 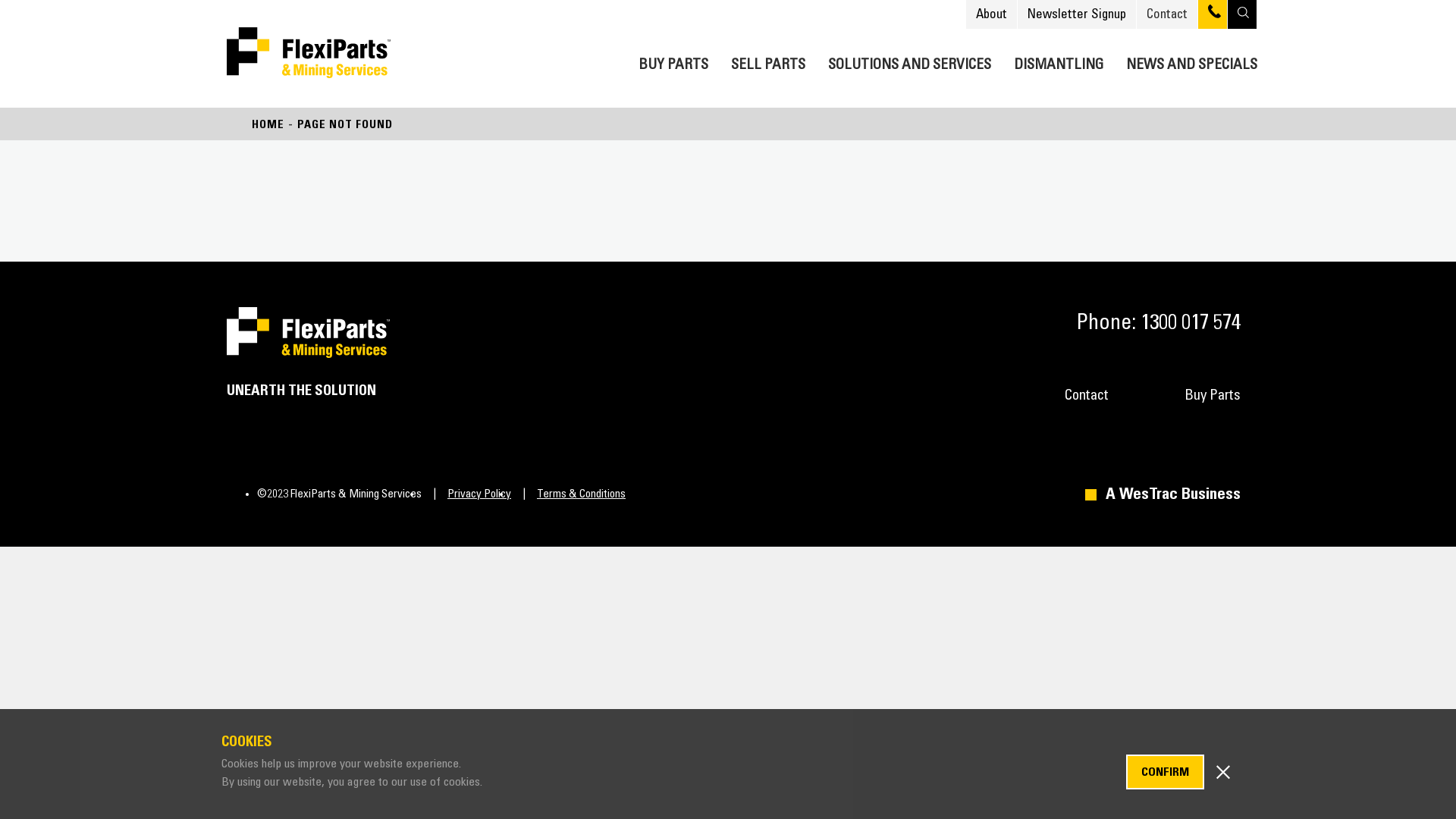 What do you see at coordinates (673, 61) in the screenshot?
I see `'BUY PARTS'` at bounding box center [673, 61].